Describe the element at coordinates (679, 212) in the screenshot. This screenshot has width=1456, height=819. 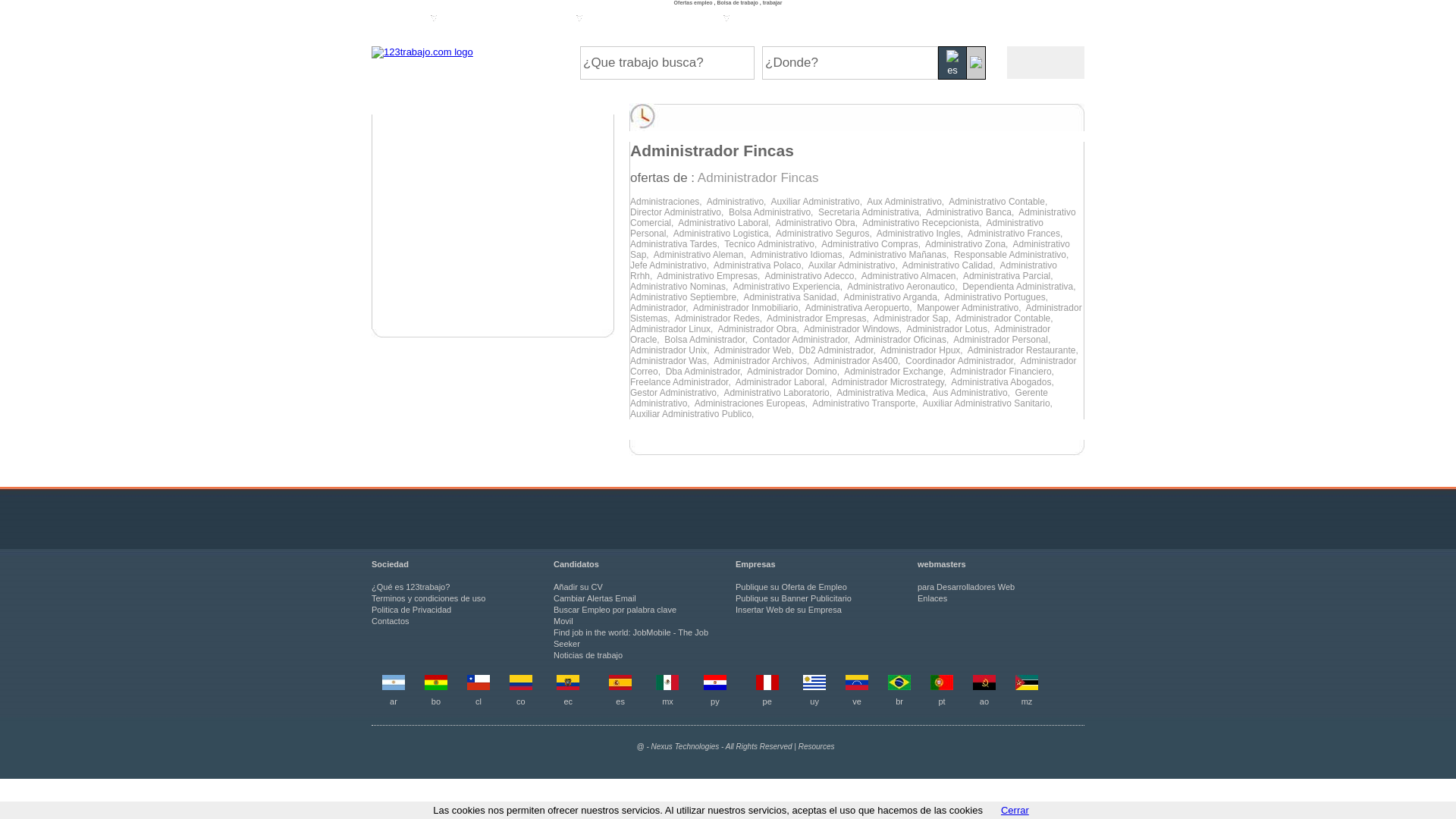
I see `'Director Administrativo, '` at that location.